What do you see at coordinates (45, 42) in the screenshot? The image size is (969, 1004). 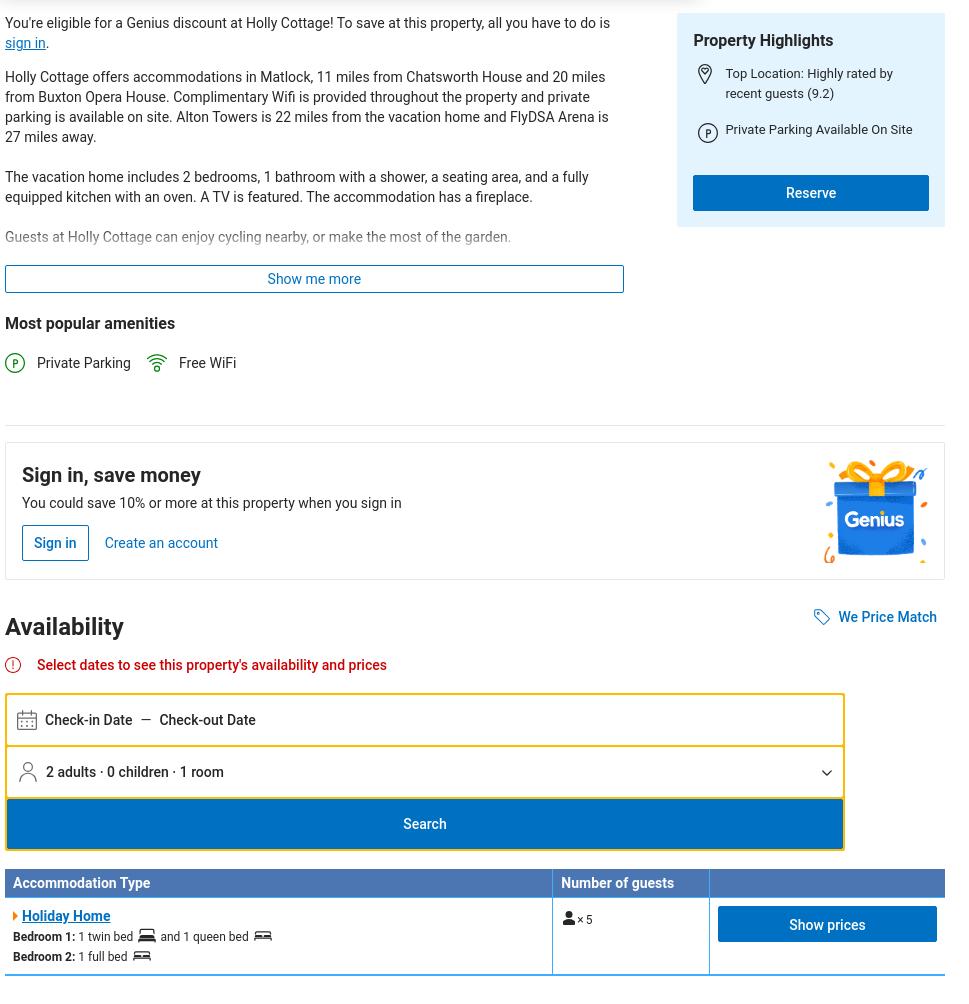 I see `'.'` at bounding box center [45, 42].